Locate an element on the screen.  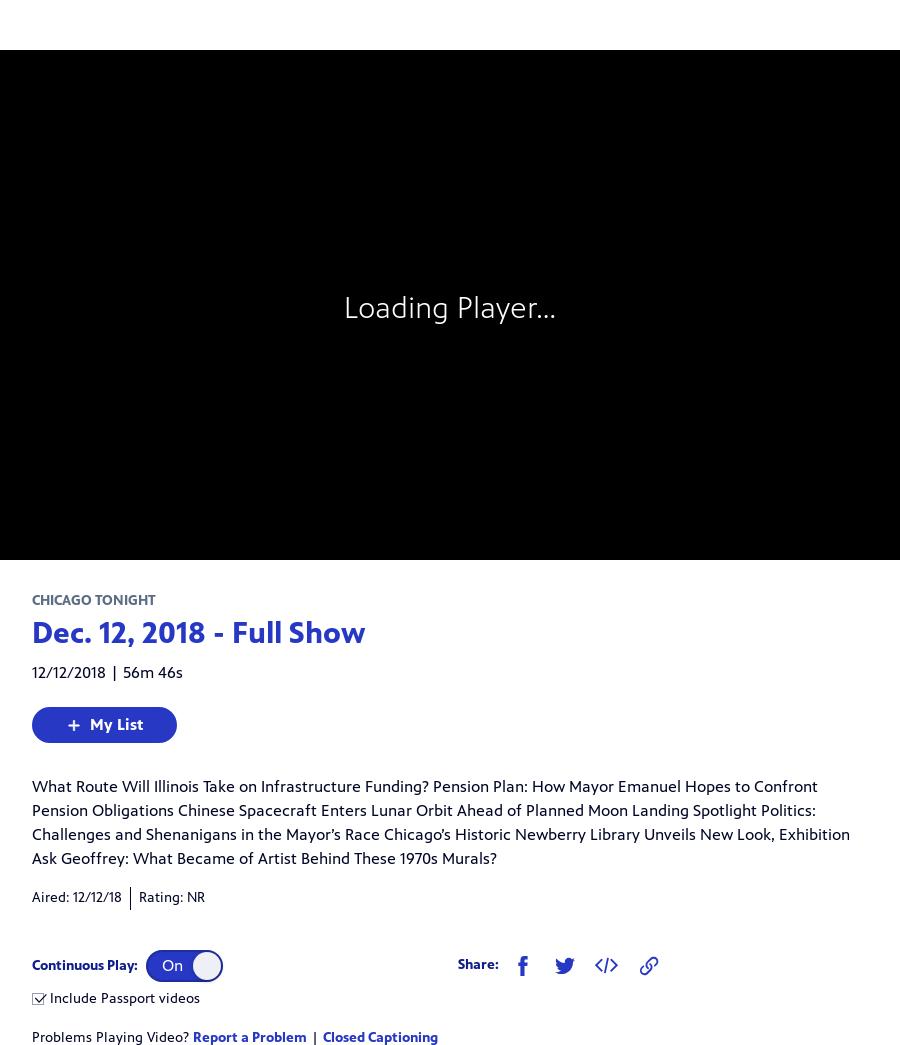
'As crime in Chicago and the surrounding communities is on the rise, WTTW News and Chicago Tonight launched a new reporting initiative – “A Safer City” – to dive deep into neighborhood crime, violence, and public safety throughout the summer months.' is located at coordinates (432, 607).